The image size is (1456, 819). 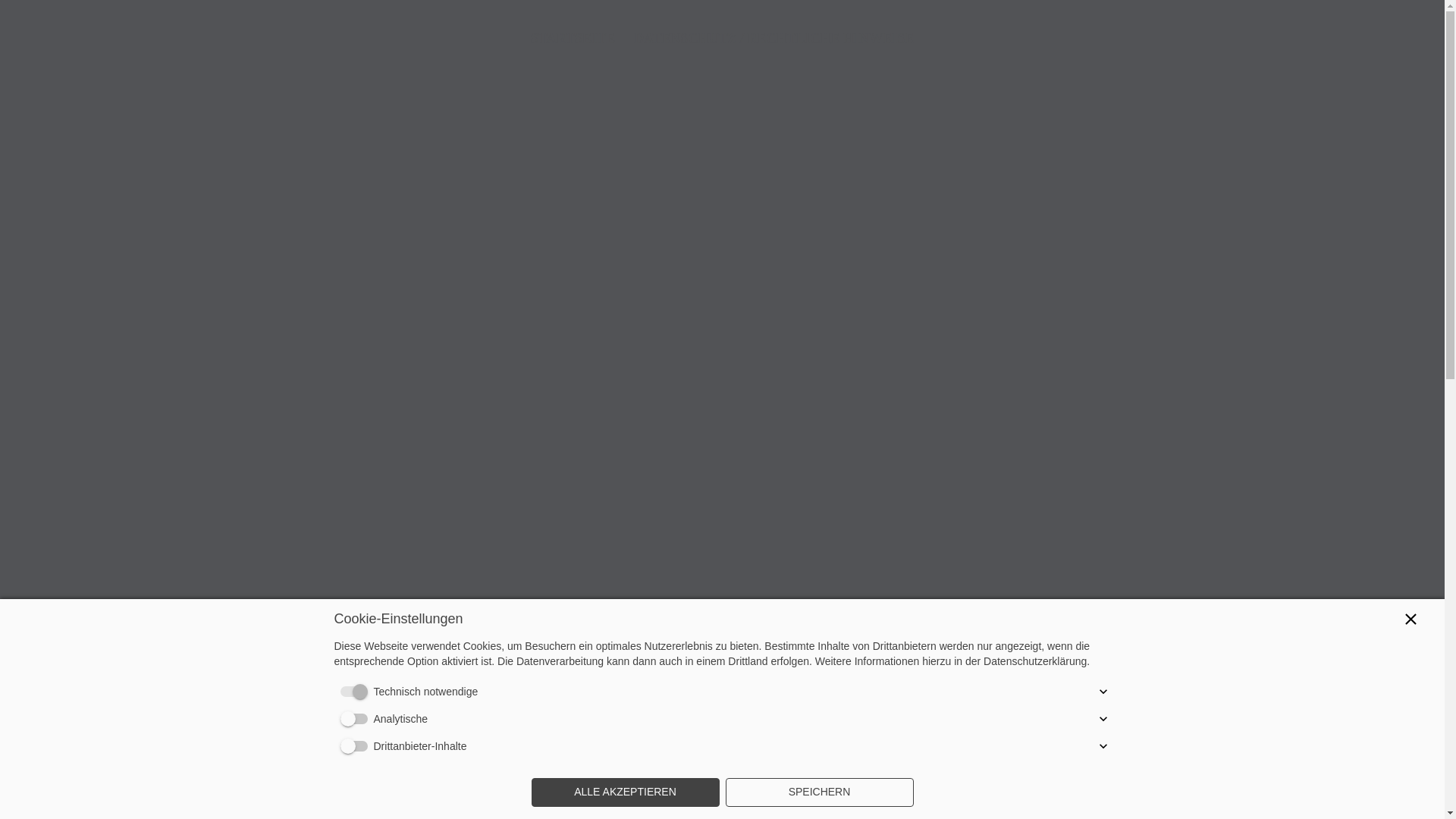 I want to click on 'ALLE AKZEPTIEREN', so click(x=531, y=792).